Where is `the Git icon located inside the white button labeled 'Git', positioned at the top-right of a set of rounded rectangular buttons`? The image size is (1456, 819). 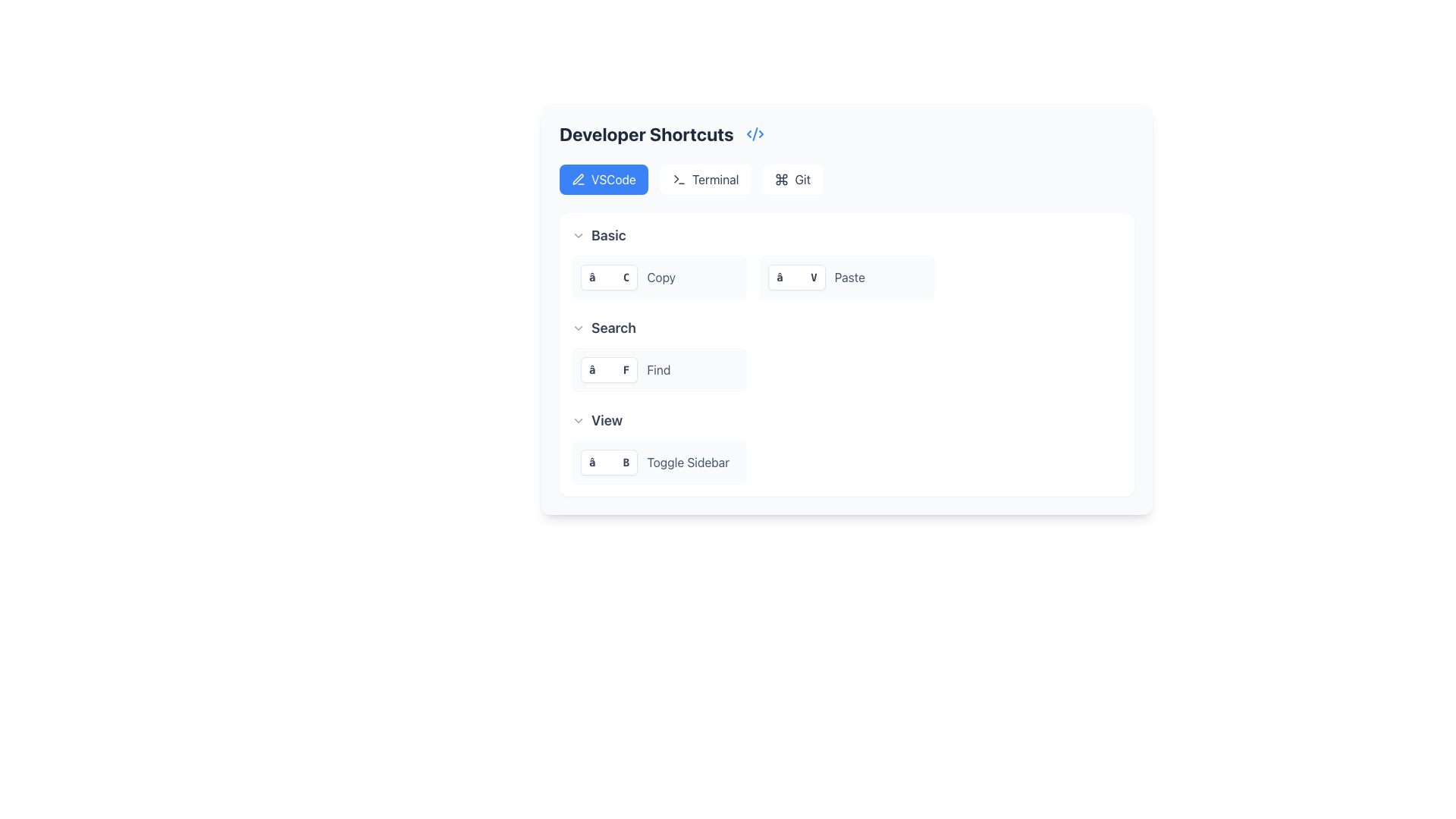
the Git icon located inside the white button labeled 'Git', positioned at the top-right of a set of rounded rectangular buttons is located at coordinates (782, 178).